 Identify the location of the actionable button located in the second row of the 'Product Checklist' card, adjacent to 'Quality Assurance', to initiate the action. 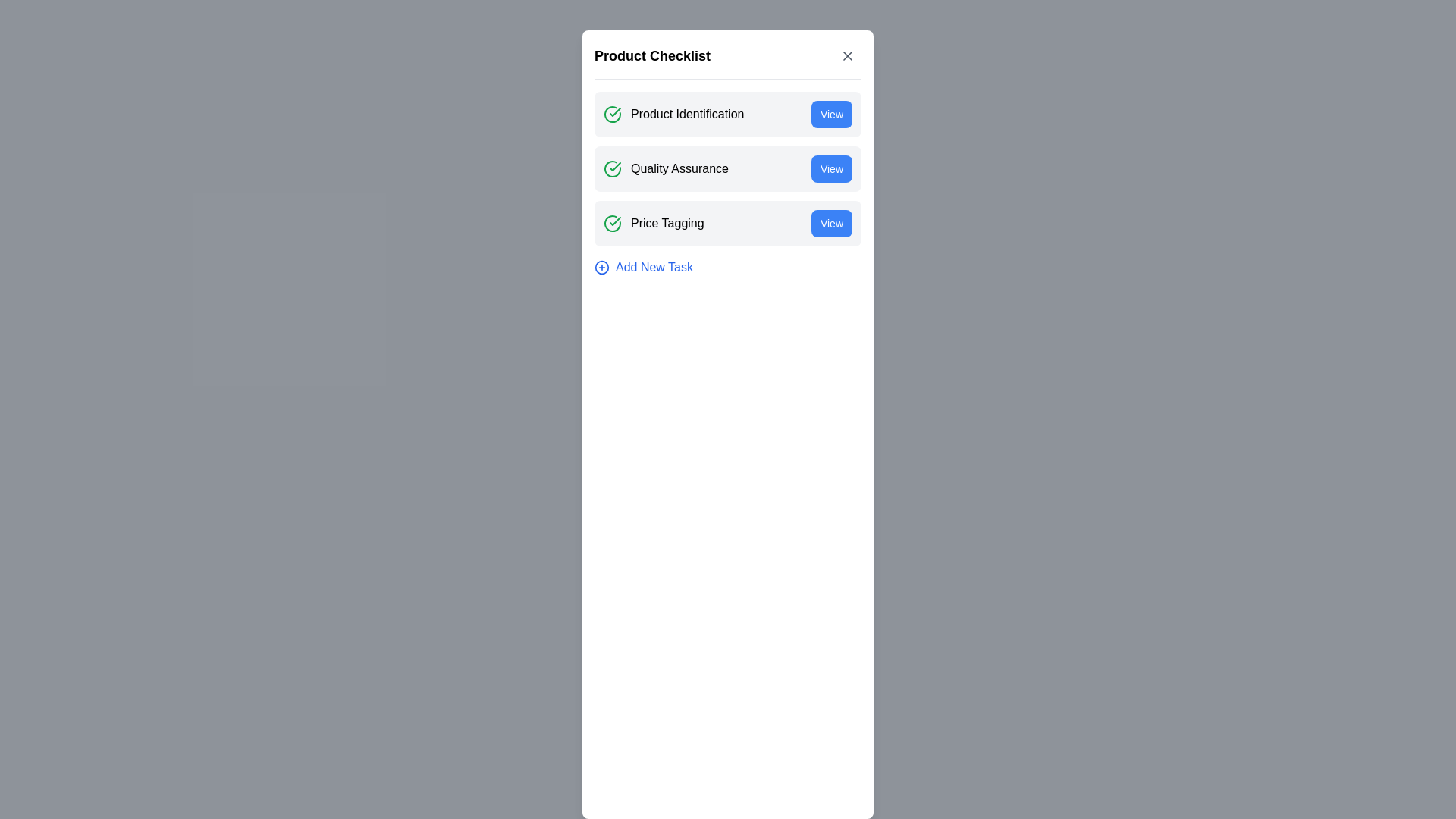
(830, 169).